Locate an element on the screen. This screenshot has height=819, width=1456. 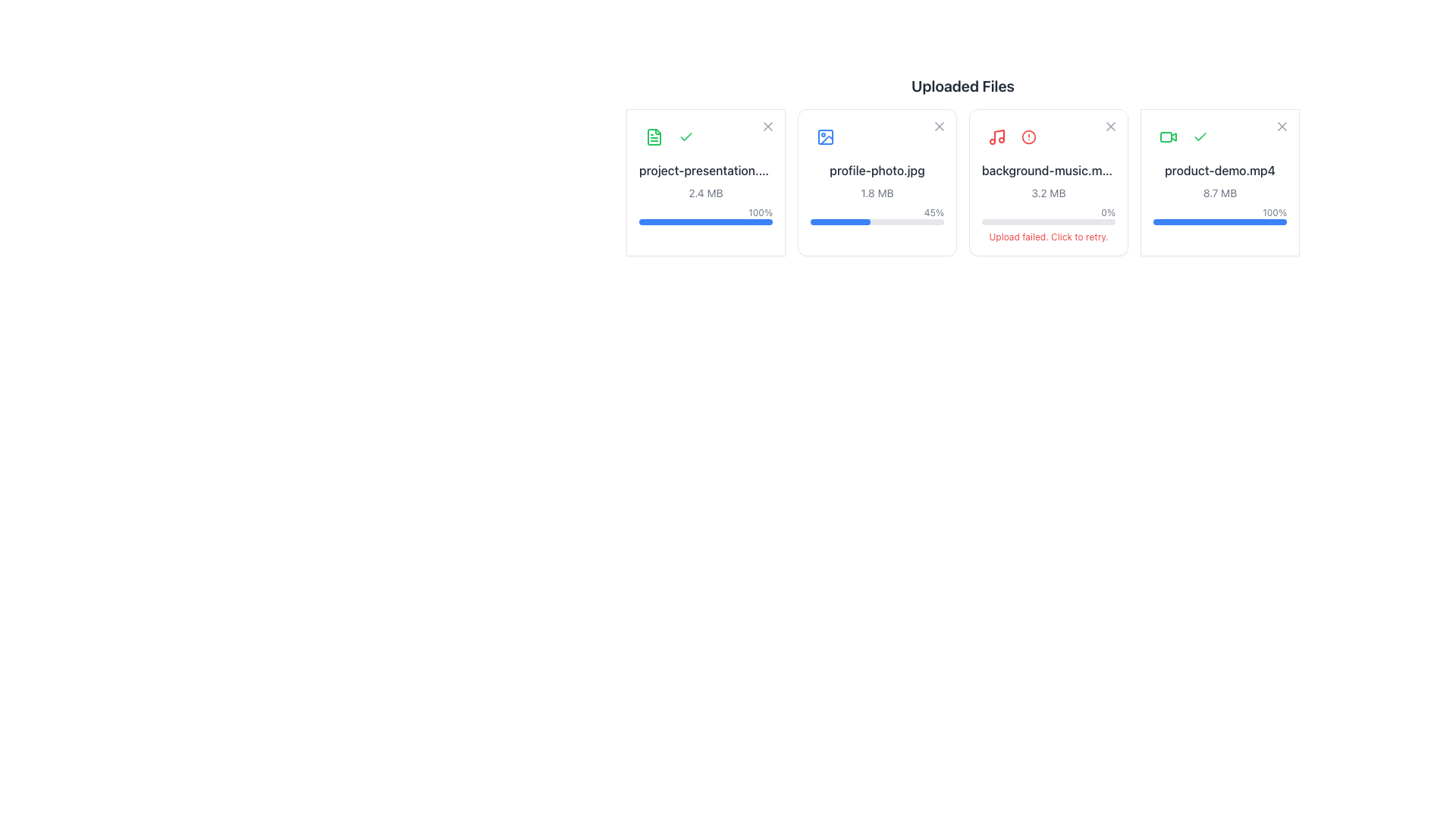
the third card element representing a failed file upload is located at coordinates (1047, 201).